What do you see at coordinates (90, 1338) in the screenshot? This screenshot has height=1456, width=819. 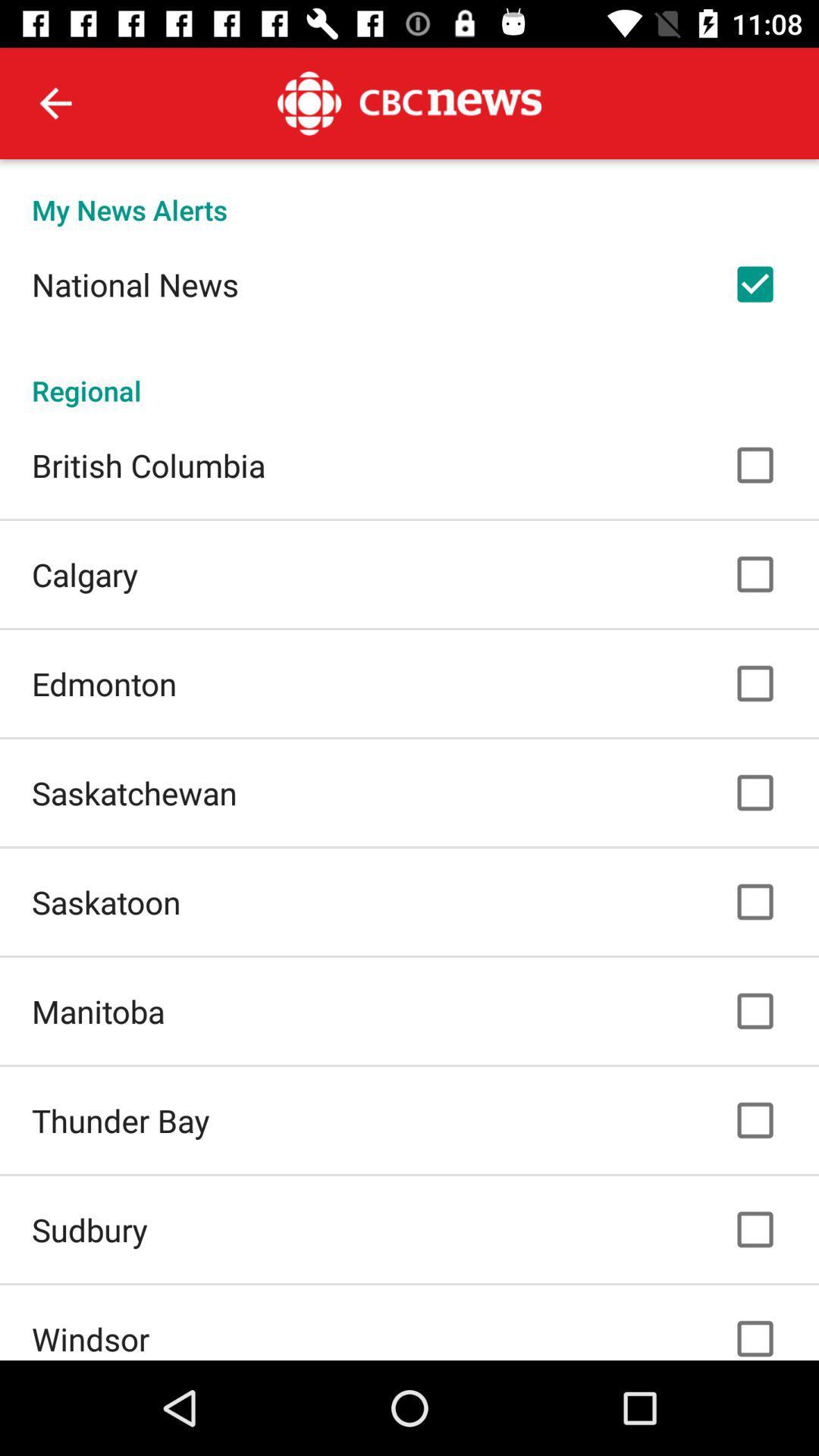 I see `the item below the sudbury icon` at bounding box center [90, 1338].